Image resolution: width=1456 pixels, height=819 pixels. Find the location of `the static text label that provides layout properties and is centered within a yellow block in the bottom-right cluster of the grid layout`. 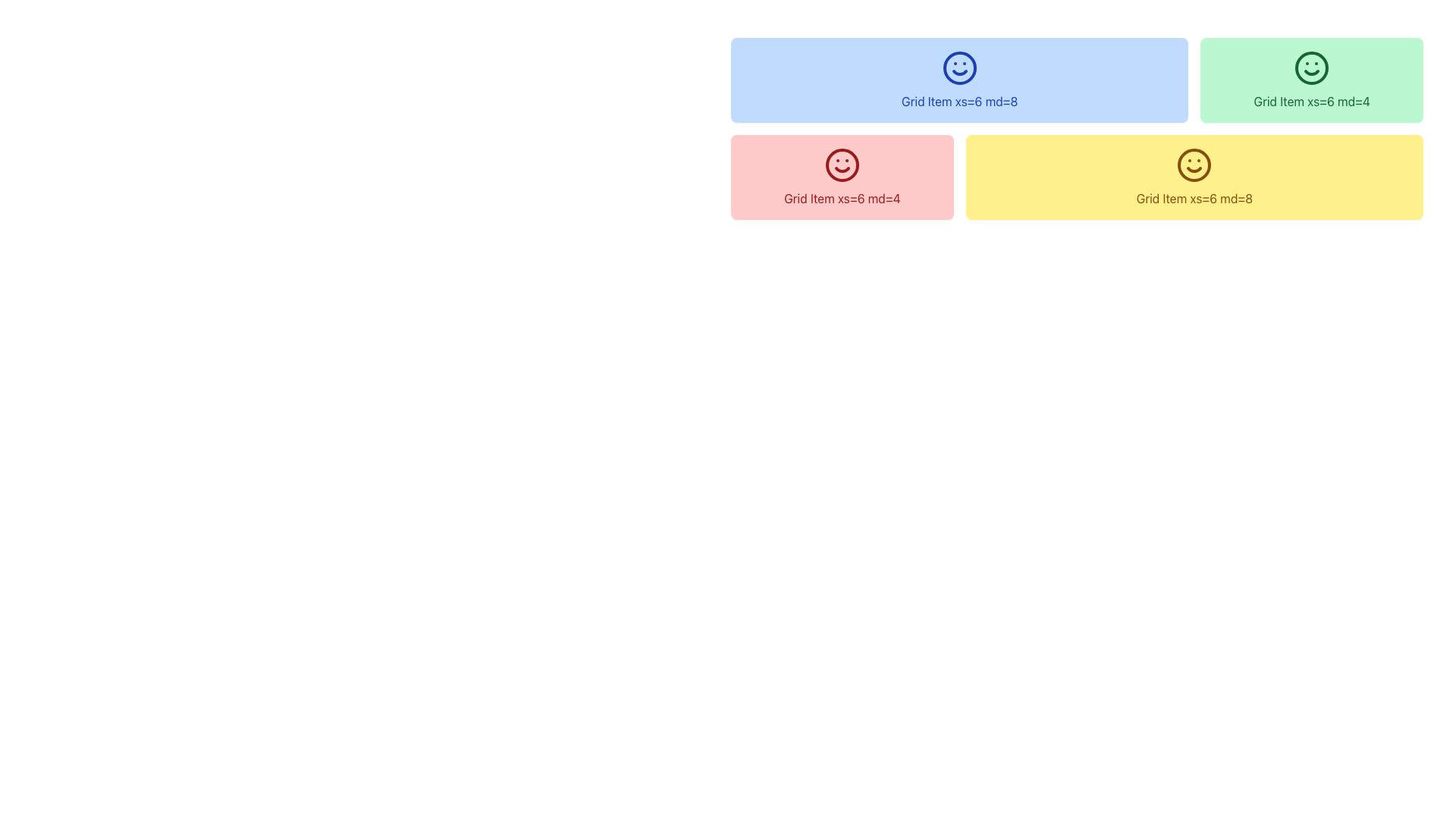

the static text label that provides layout properties and is centered within a yellow block in the bottom-right cluster of the grid layout is located at coordinates (1194, 198).